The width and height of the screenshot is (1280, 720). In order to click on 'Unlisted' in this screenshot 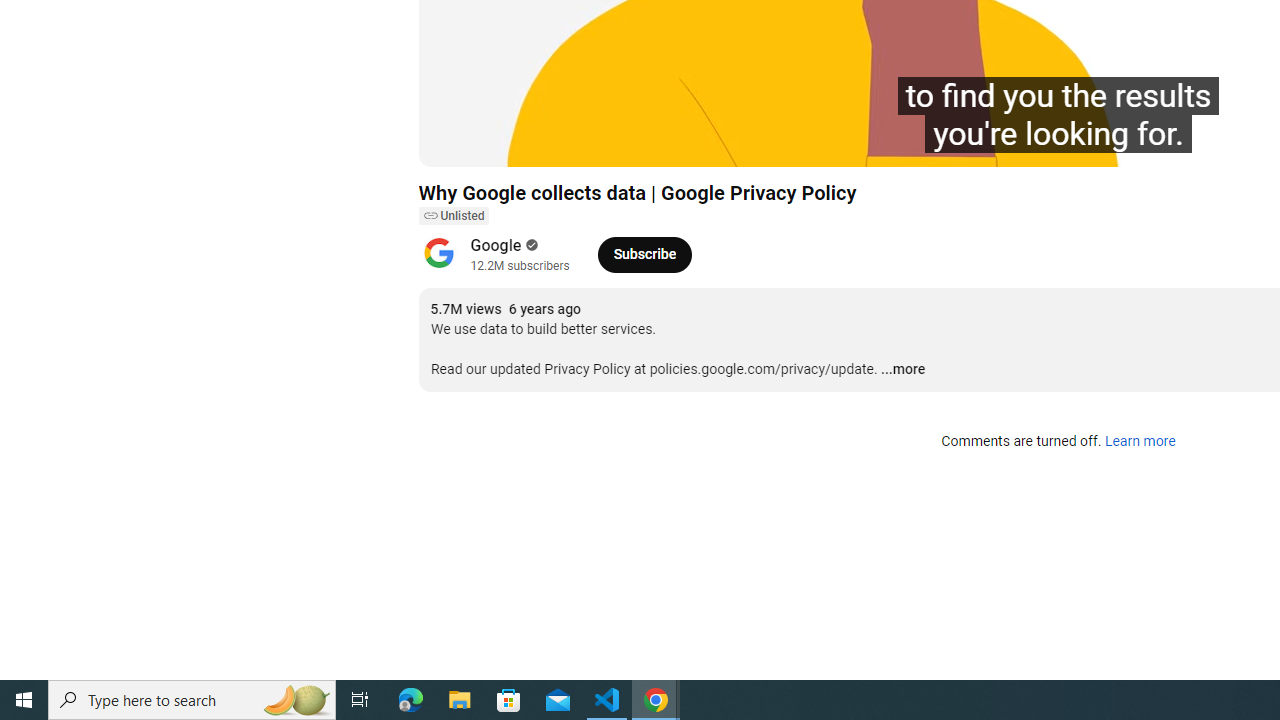, I will do `click(452, 216)`.